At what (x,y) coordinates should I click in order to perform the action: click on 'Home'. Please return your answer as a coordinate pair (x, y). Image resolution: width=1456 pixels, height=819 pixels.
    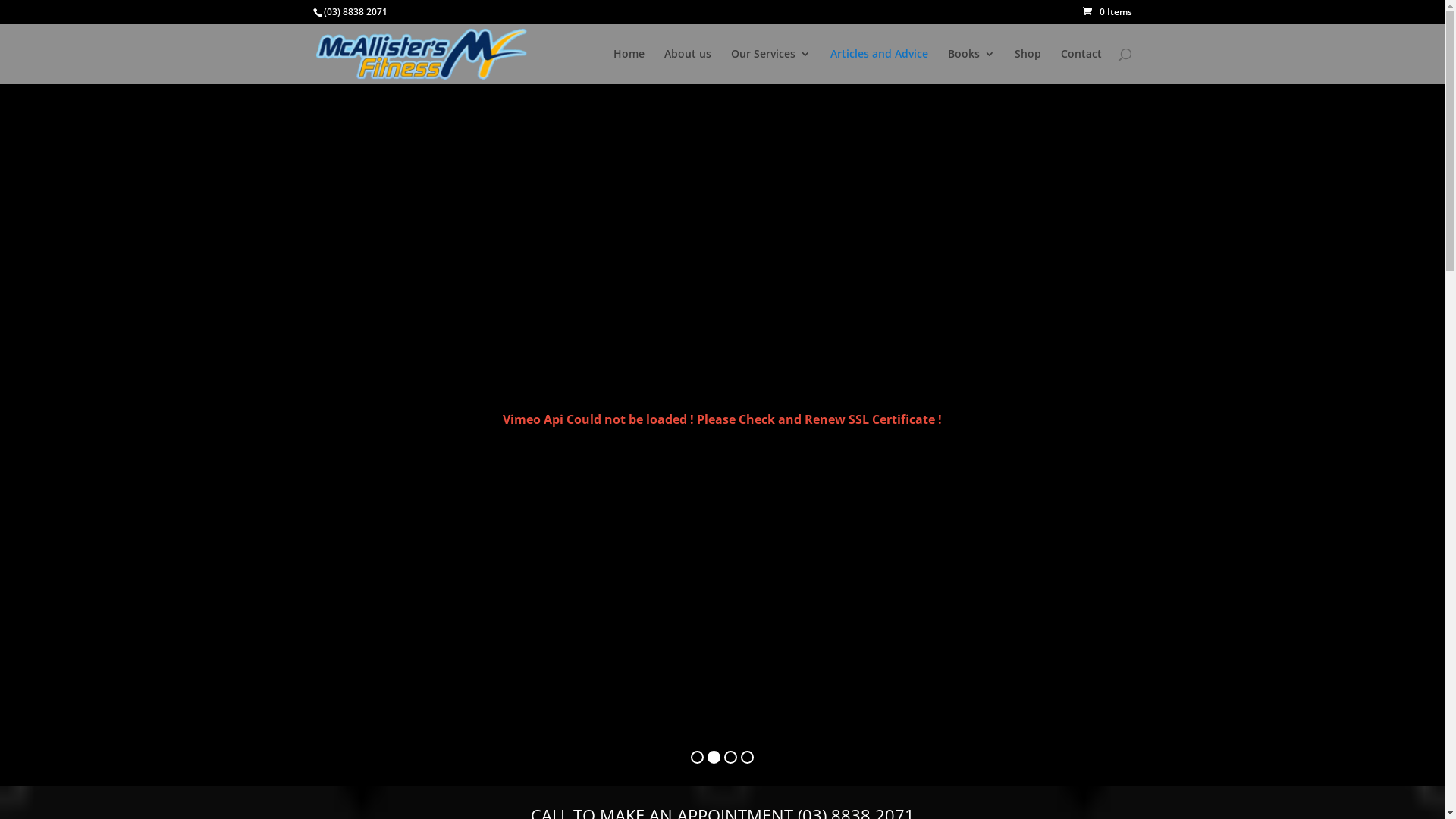
    Looking at the image, I should click on (612, 65).